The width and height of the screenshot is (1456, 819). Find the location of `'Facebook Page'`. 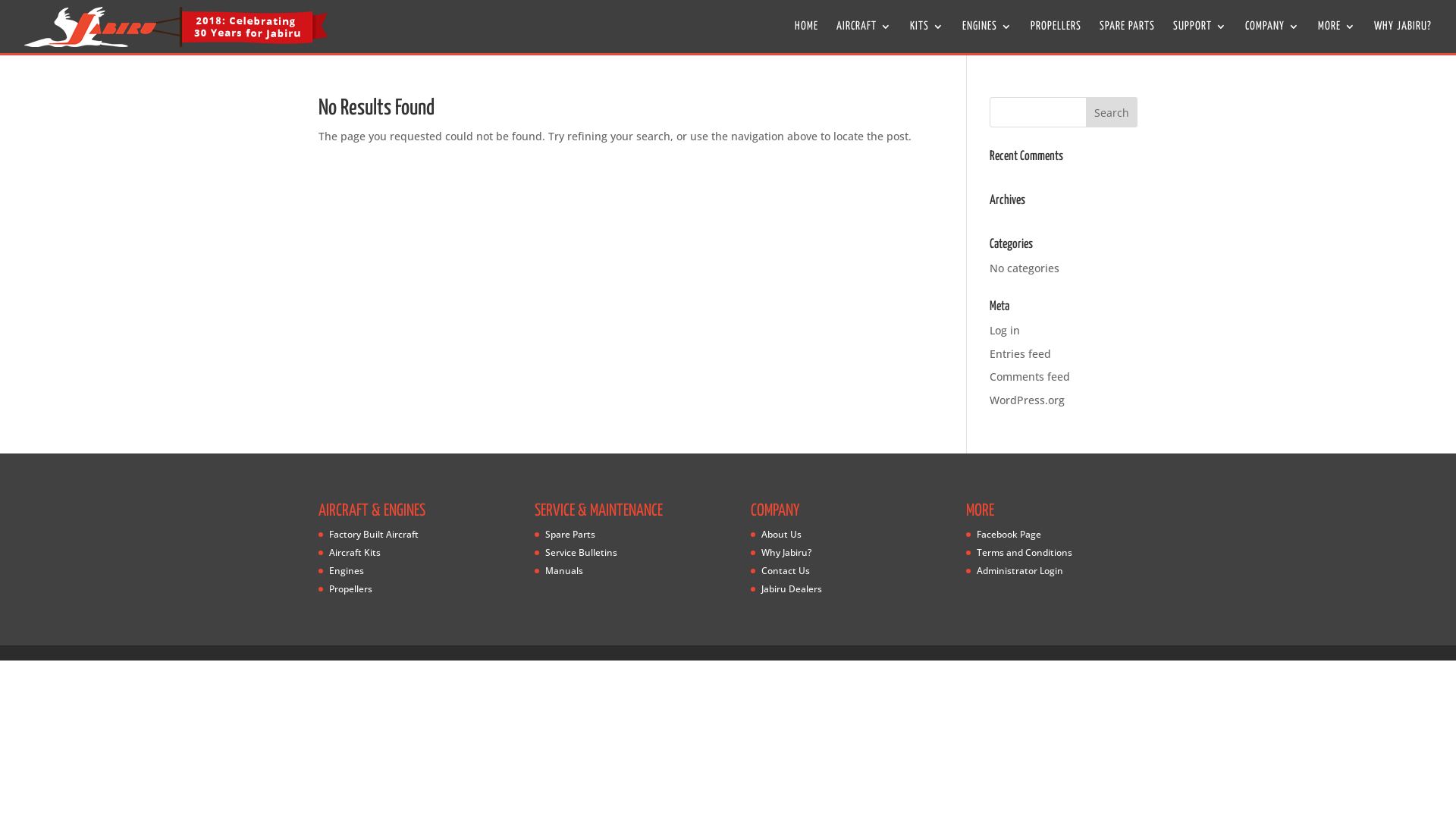

'Facebook Page' is located at coordinates (1009, 533).